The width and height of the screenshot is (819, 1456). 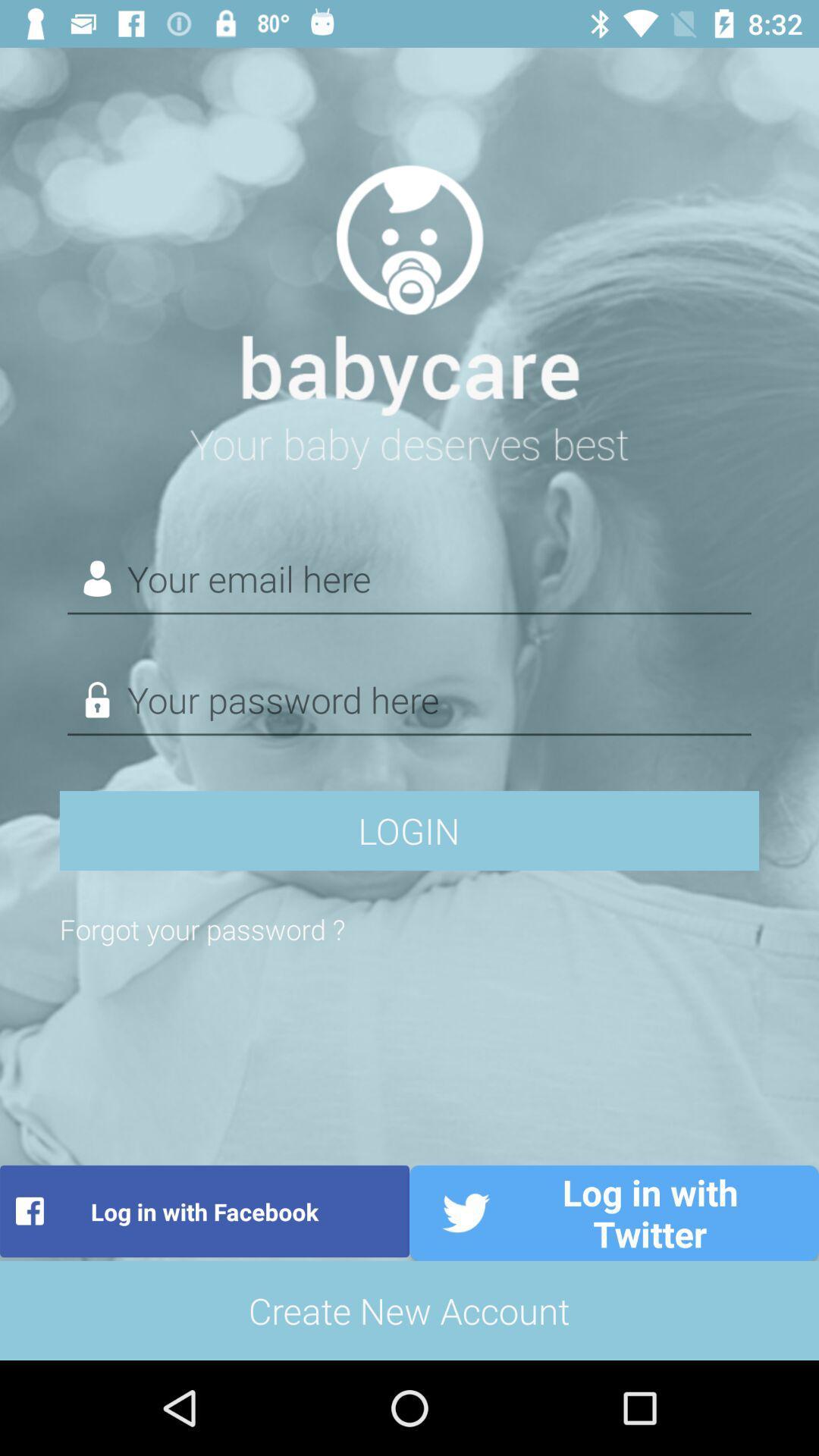 I want to click on the logo, so click(x=409, y=307).